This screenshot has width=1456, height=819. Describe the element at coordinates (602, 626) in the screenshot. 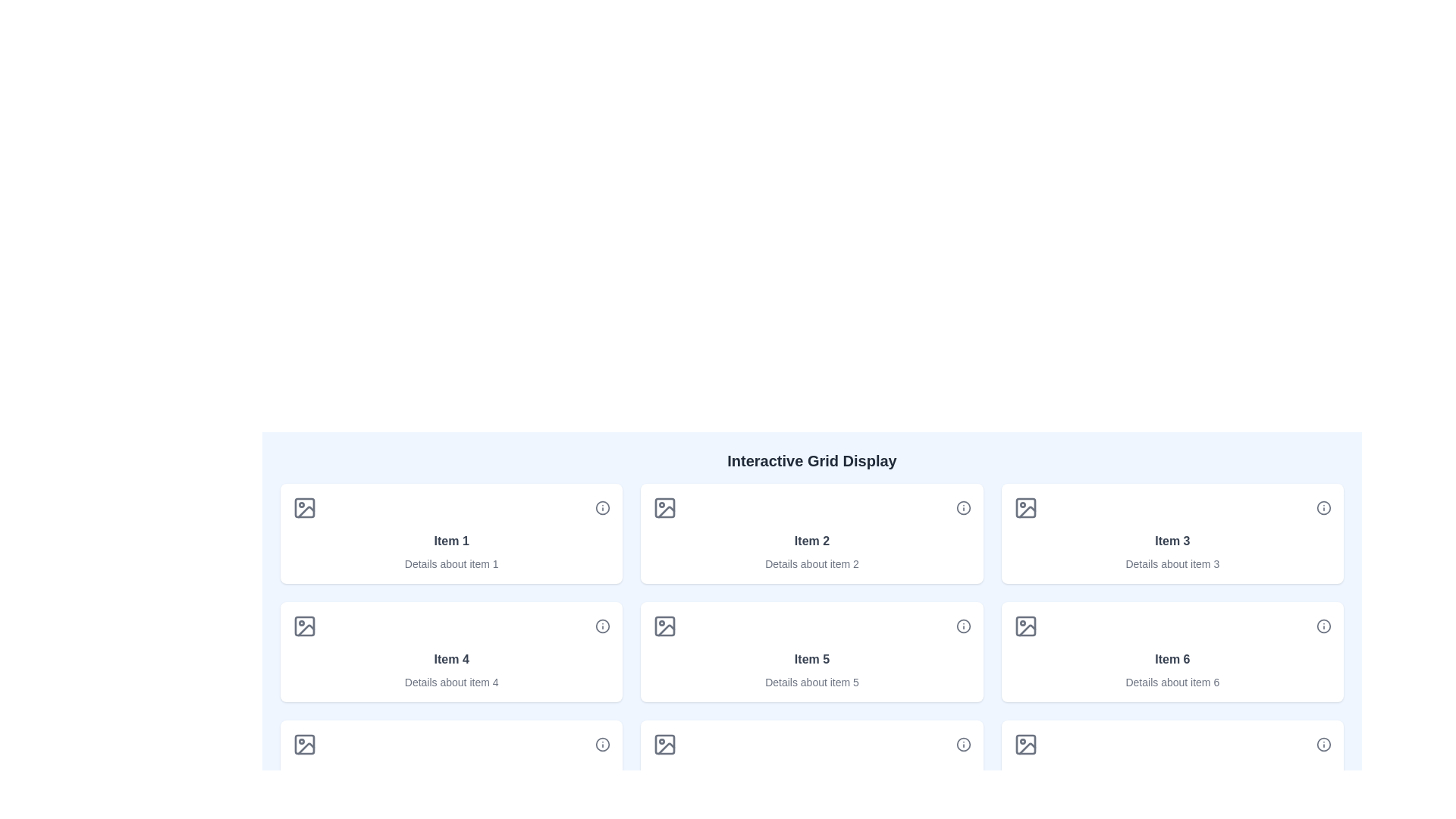

I see `the circular button featuring an outlined 'info' icon, located as the third item in the 'Item 4' module's grid display` at that location.